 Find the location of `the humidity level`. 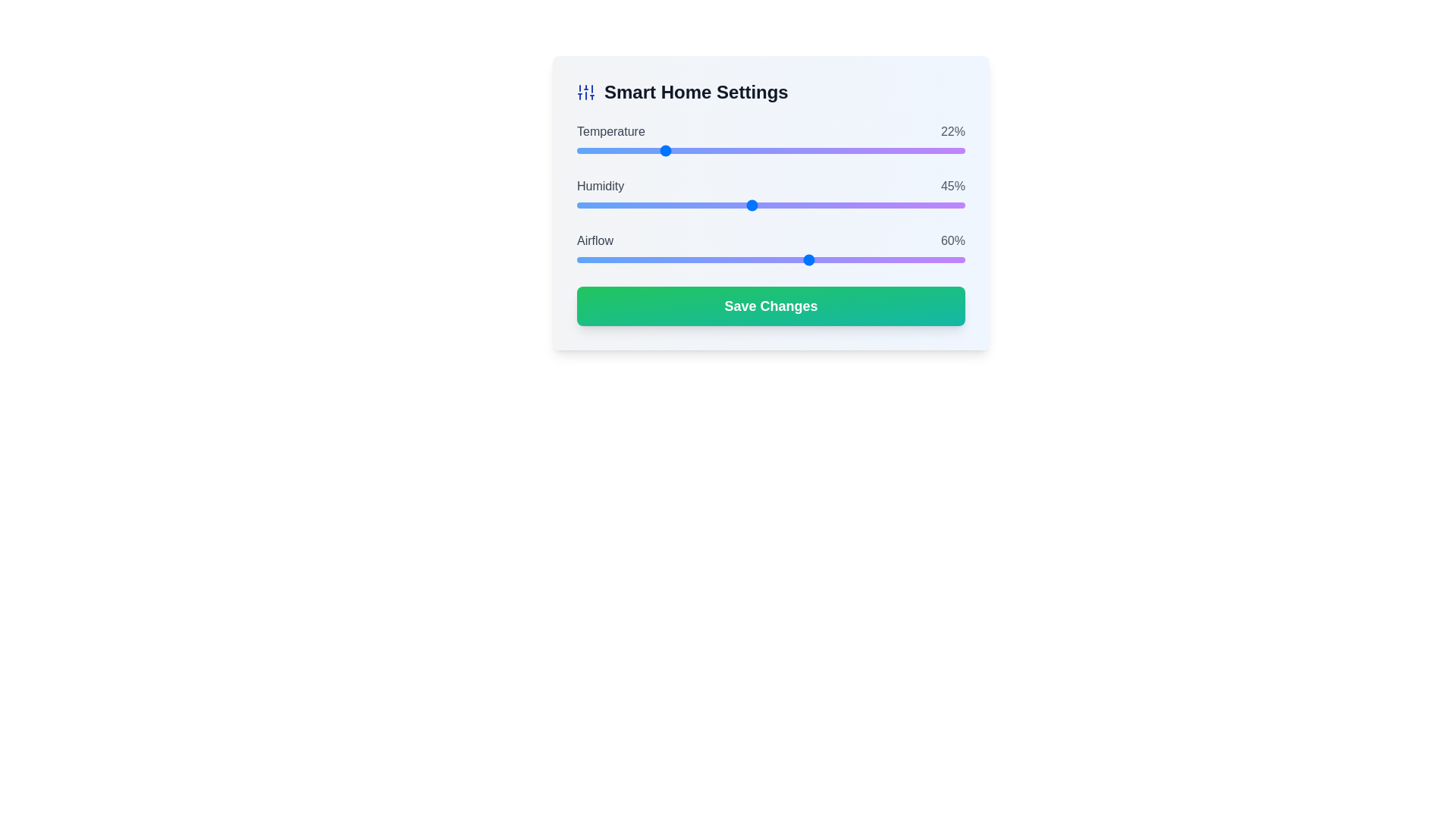

the humidity level is located at coordinates (728, 201).